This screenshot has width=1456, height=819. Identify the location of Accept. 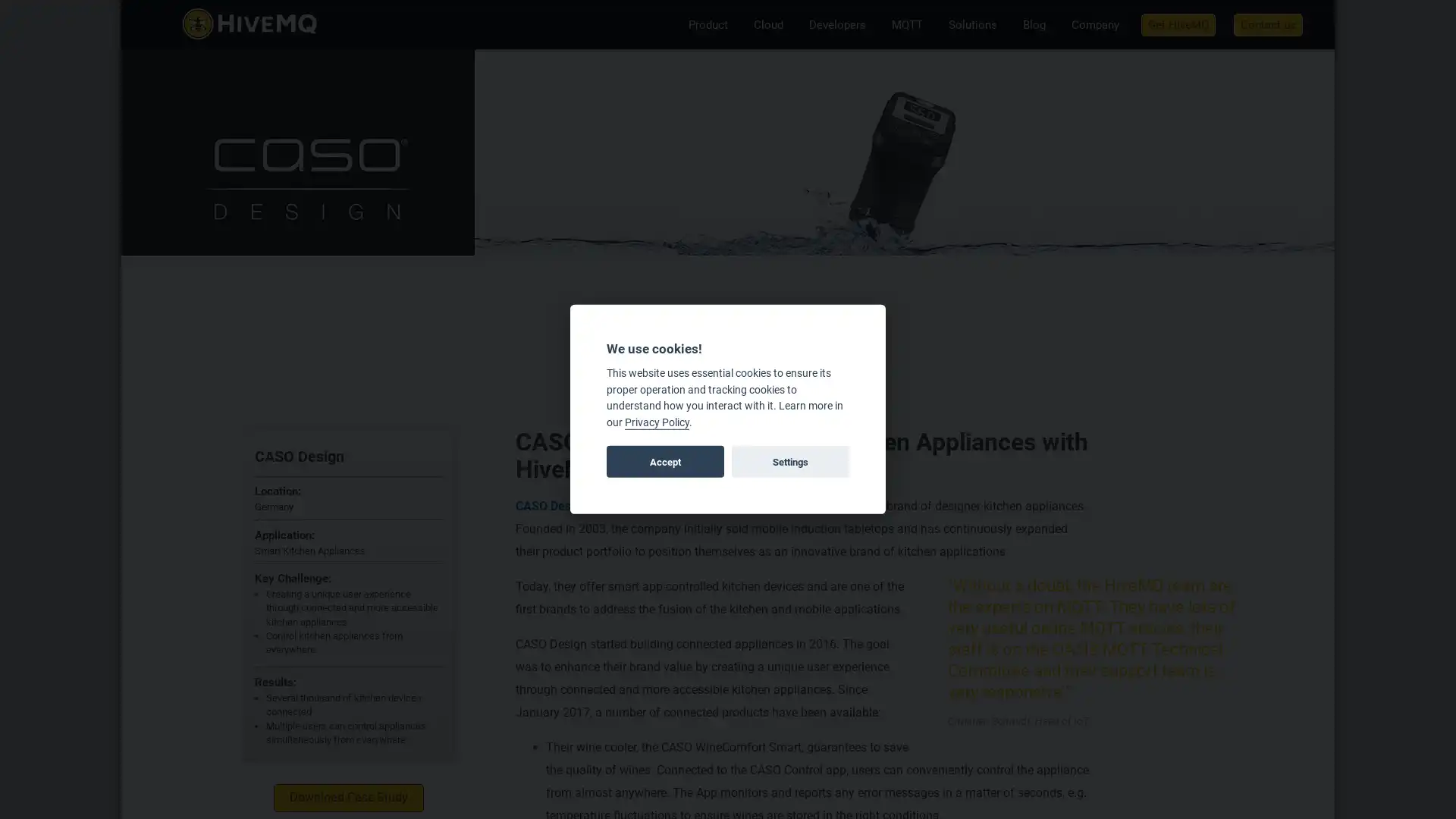
(665, 461).